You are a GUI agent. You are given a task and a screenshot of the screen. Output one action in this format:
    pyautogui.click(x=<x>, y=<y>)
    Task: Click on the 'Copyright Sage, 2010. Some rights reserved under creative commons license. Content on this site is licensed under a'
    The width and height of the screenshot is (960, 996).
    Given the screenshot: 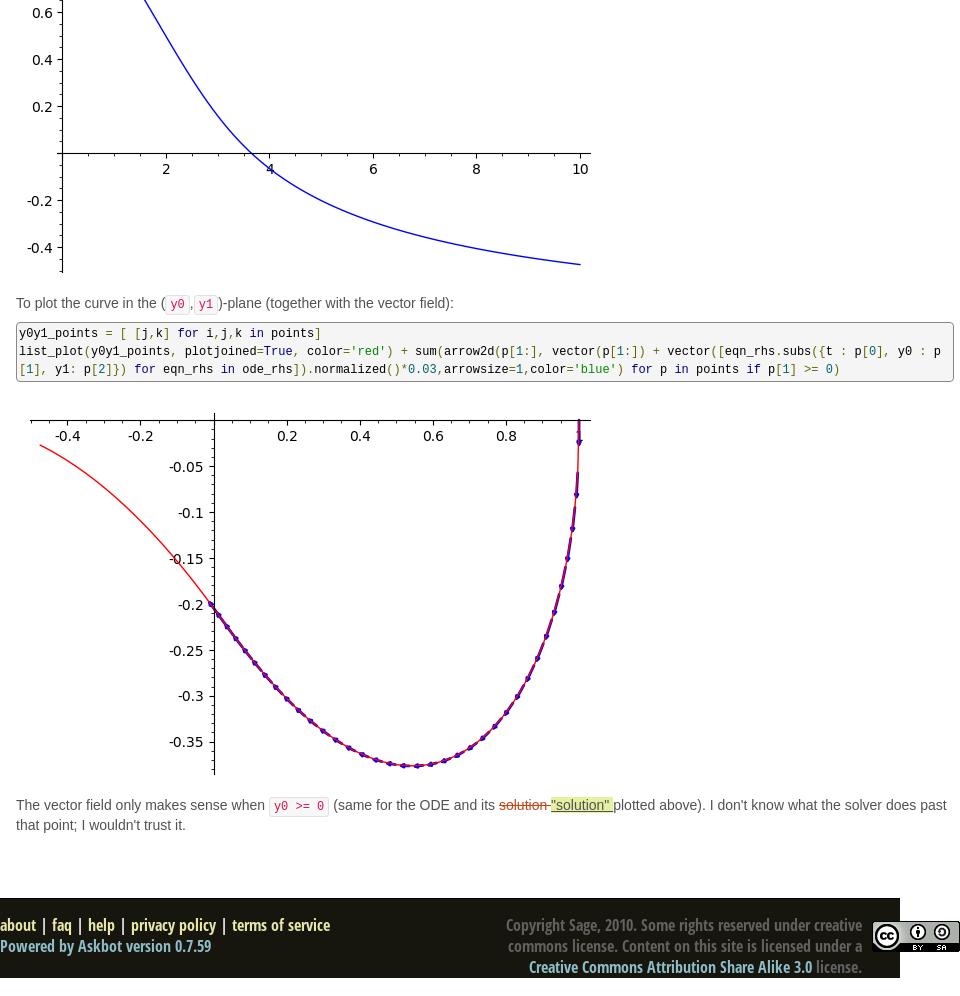 What is the action you would take?
    pyautogui.click(x=684, y=935)
    